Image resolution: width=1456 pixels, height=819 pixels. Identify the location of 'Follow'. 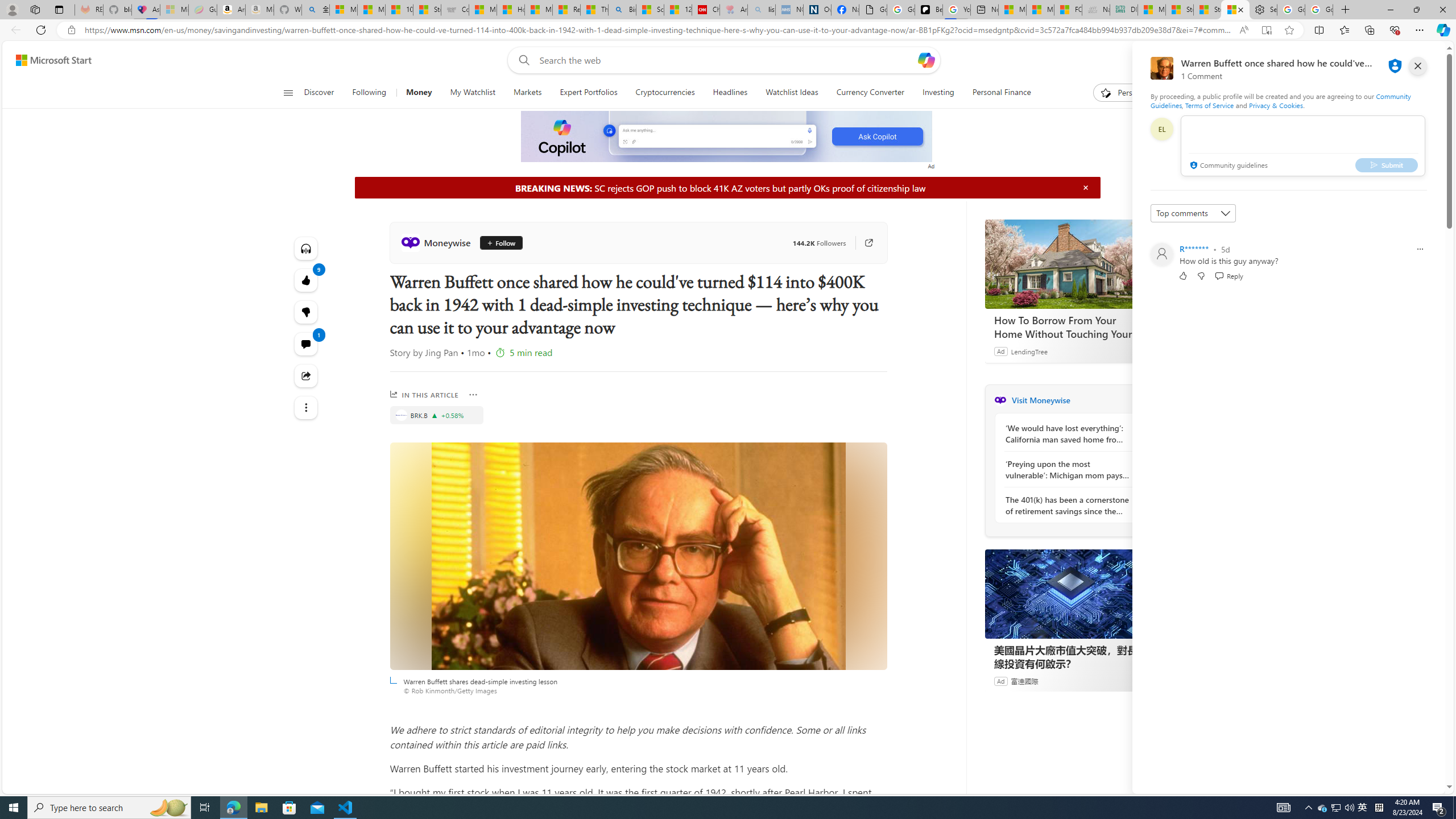
(497, 242).